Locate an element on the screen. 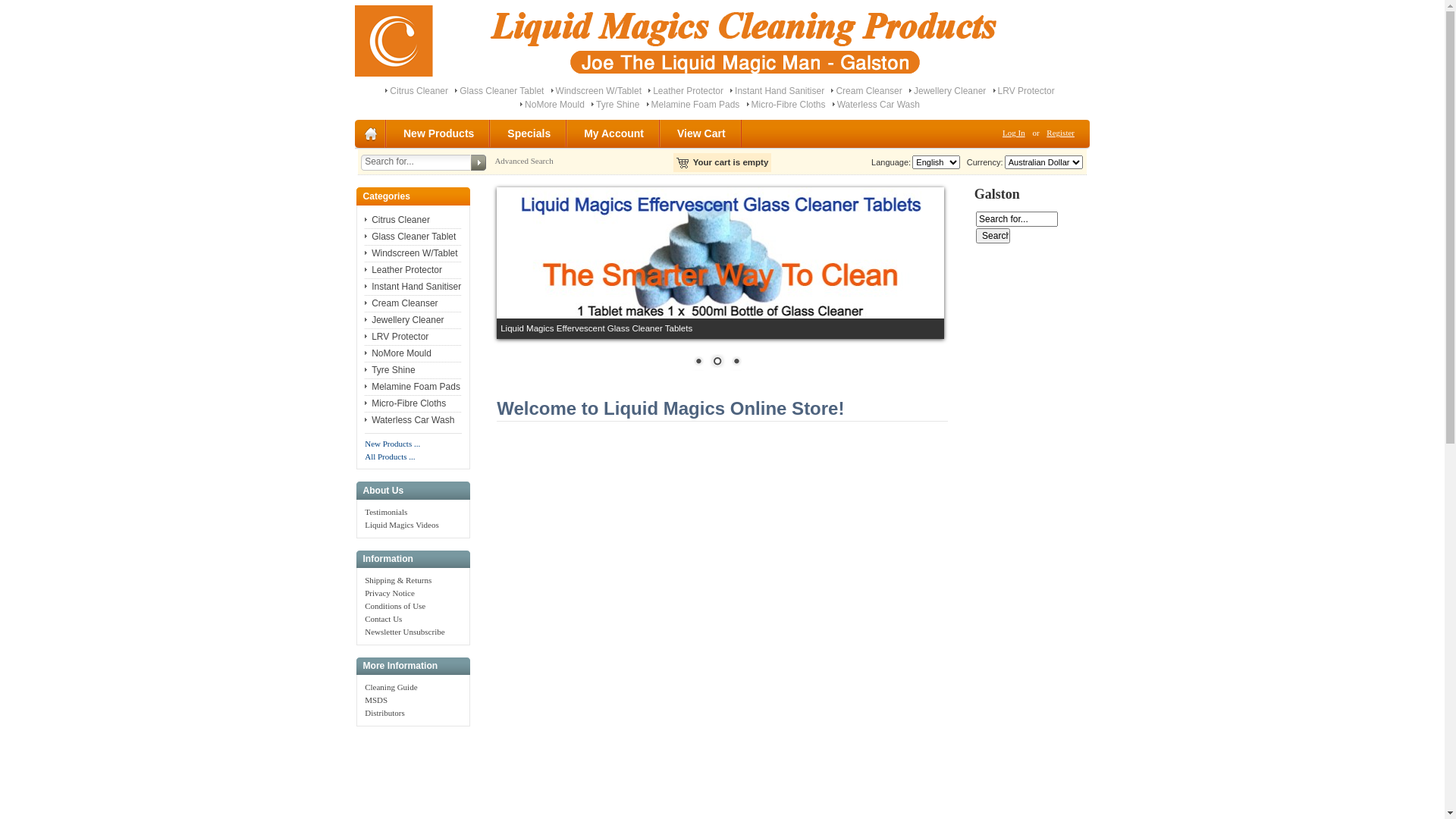 The image size is (1456, 819). 'NoMore Mould' is located at coordinates (554, 104).